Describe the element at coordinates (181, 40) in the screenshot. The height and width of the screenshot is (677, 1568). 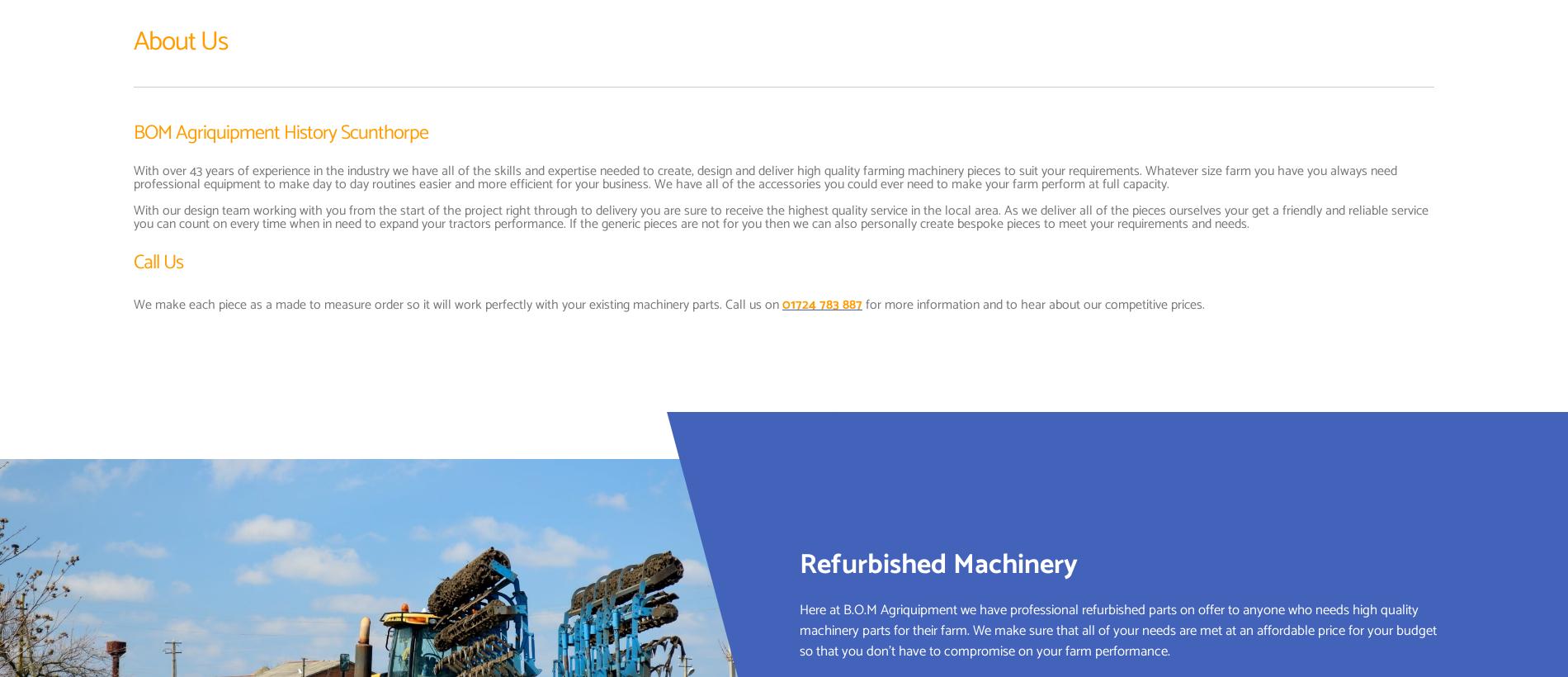
I see `'About Us'` at that location.